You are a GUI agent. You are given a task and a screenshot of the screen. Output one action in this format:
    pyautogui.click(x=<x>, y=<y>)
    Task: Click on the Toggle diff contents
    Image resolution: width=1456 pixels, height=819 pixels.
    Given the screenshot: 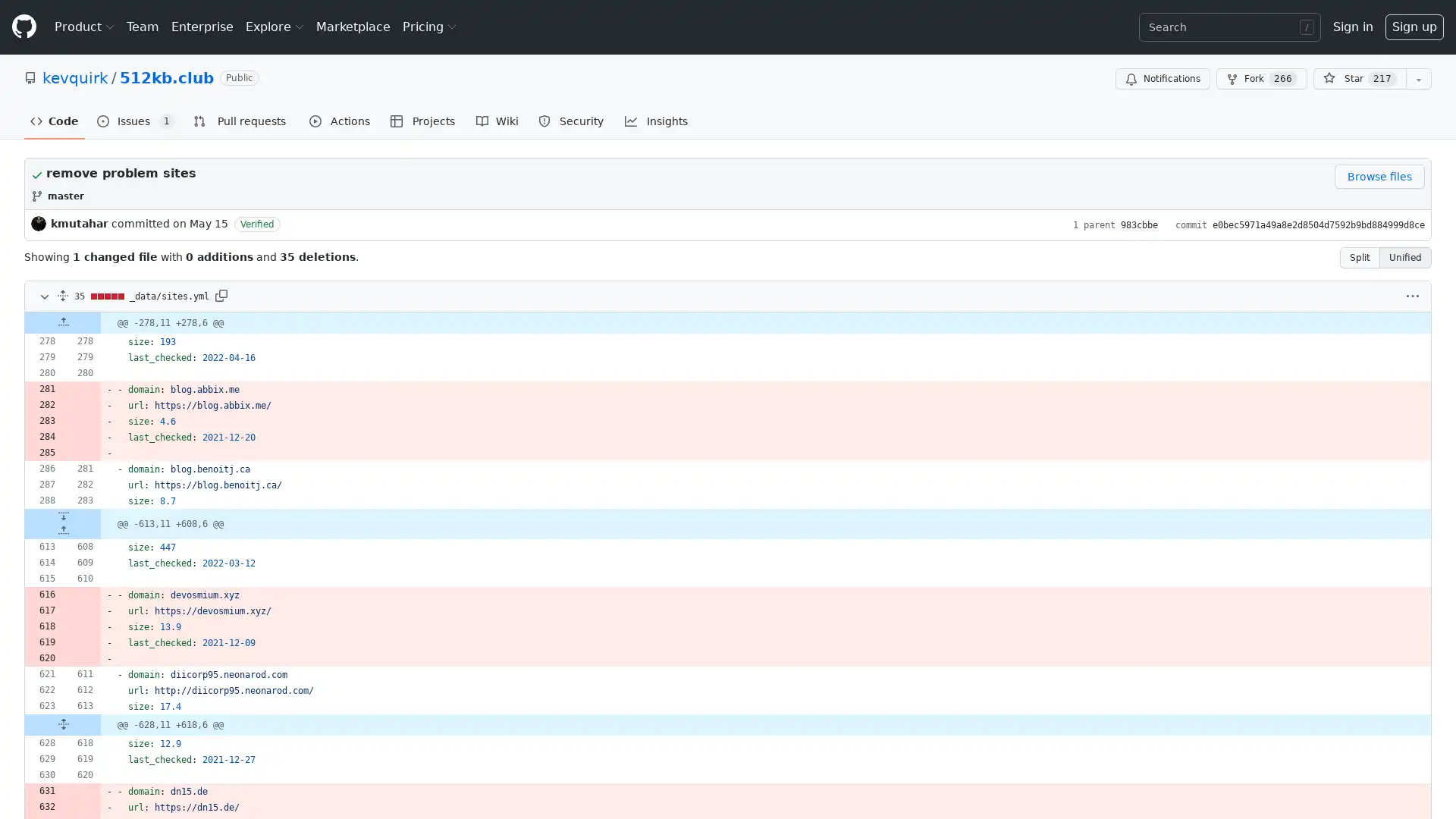 What is the action you would take?
    pyautogui.click(x=43, y=296)
    